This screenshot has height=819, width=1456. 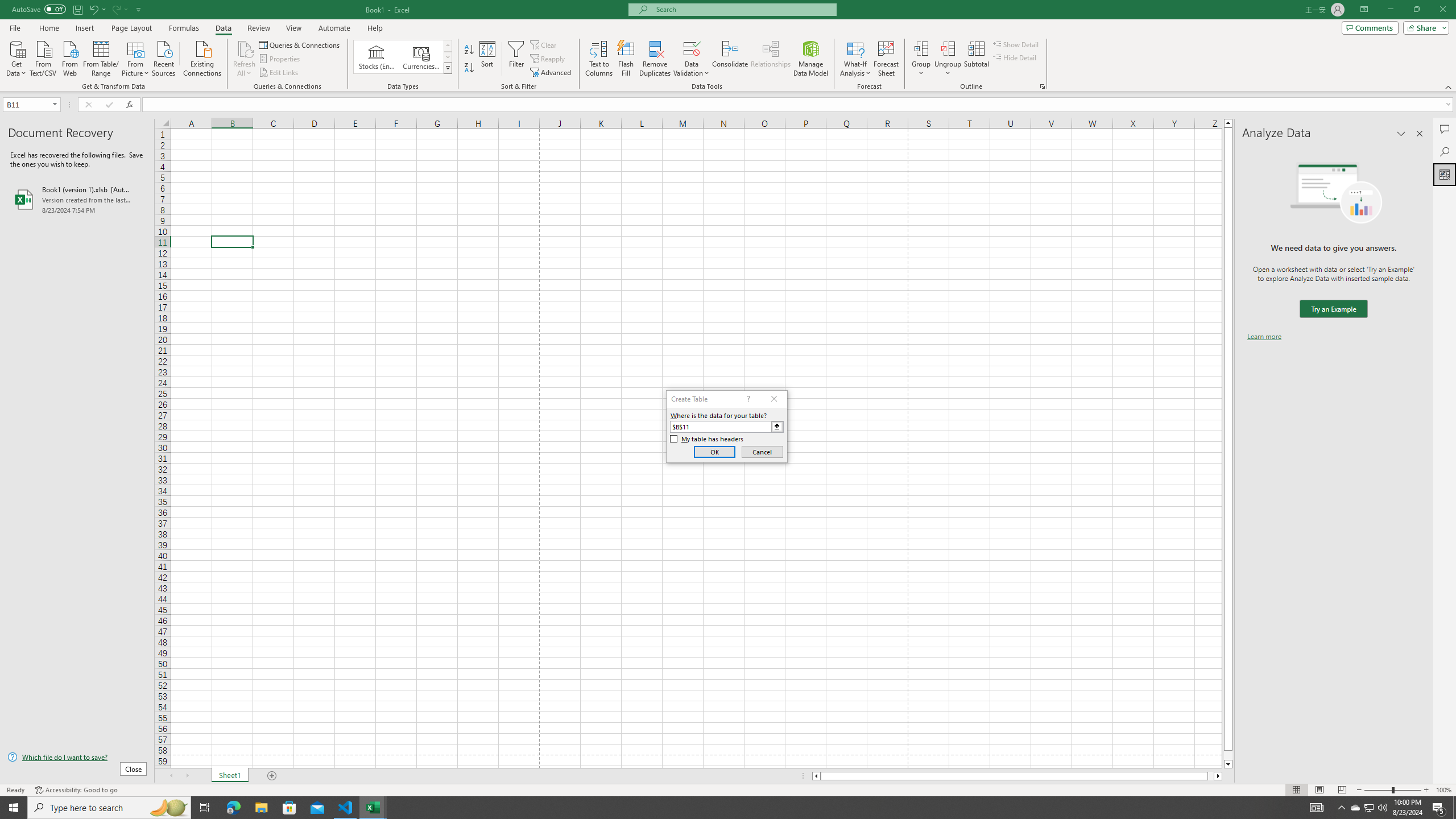 I want to click on 'Restore Down', so click(x=1416, y=9).